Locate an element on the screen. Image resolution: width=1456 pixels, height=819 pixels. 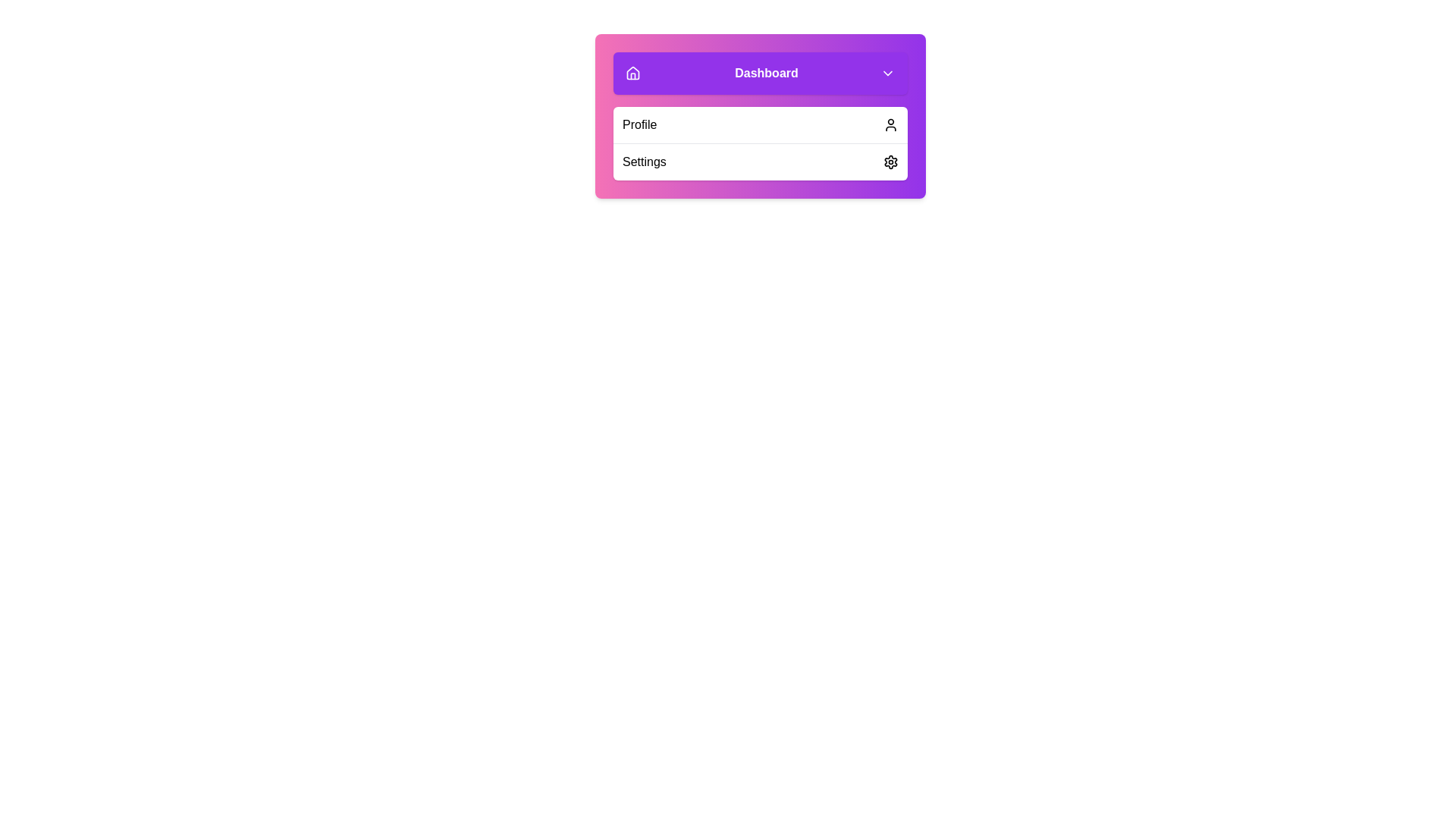
the 'Profile' menu item in the DynamicMenu is located at coordinates (761, 124).